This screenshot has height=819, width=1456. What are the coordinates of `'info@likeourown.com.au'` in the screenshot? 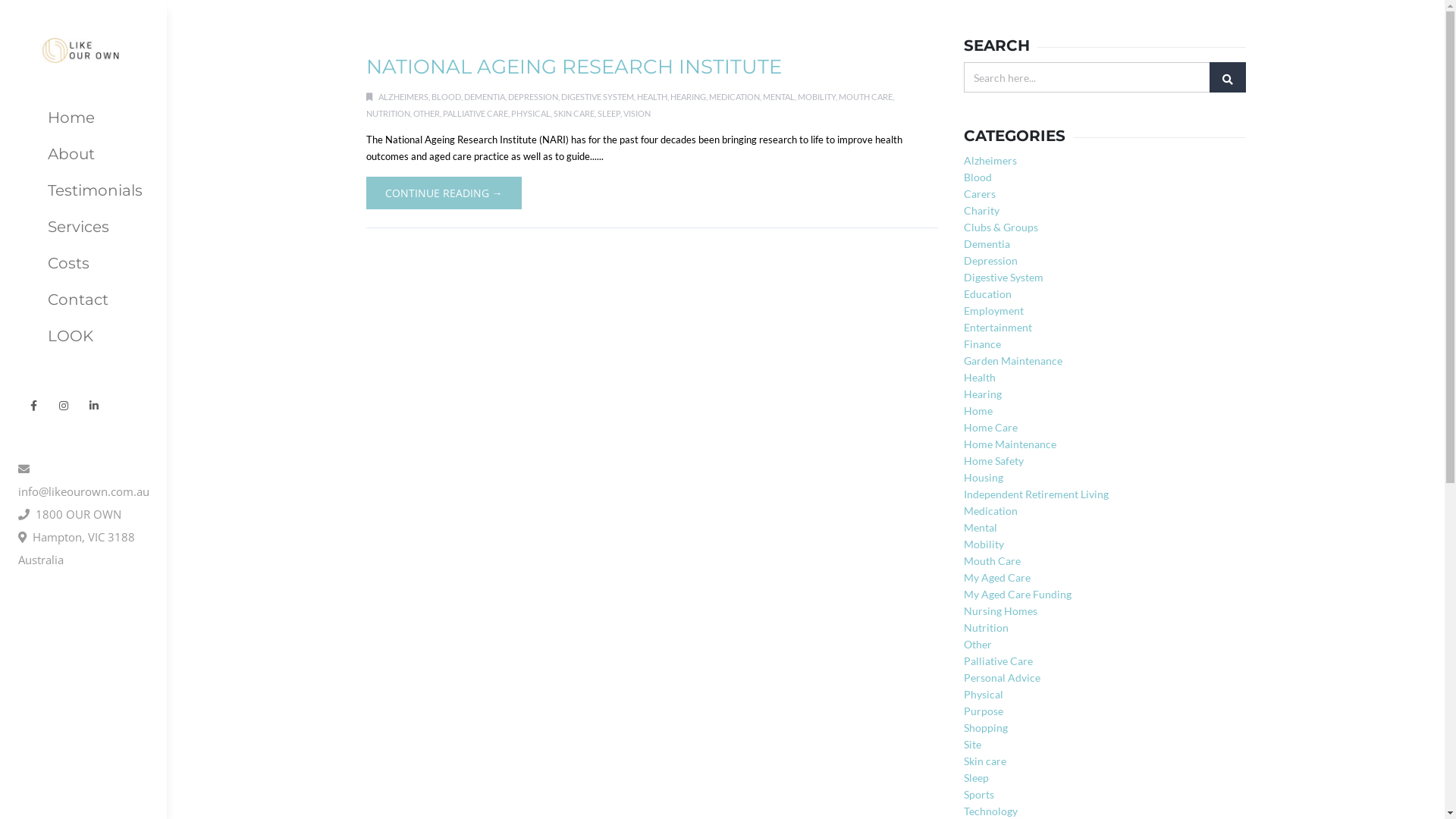 It's located at (18, 479).